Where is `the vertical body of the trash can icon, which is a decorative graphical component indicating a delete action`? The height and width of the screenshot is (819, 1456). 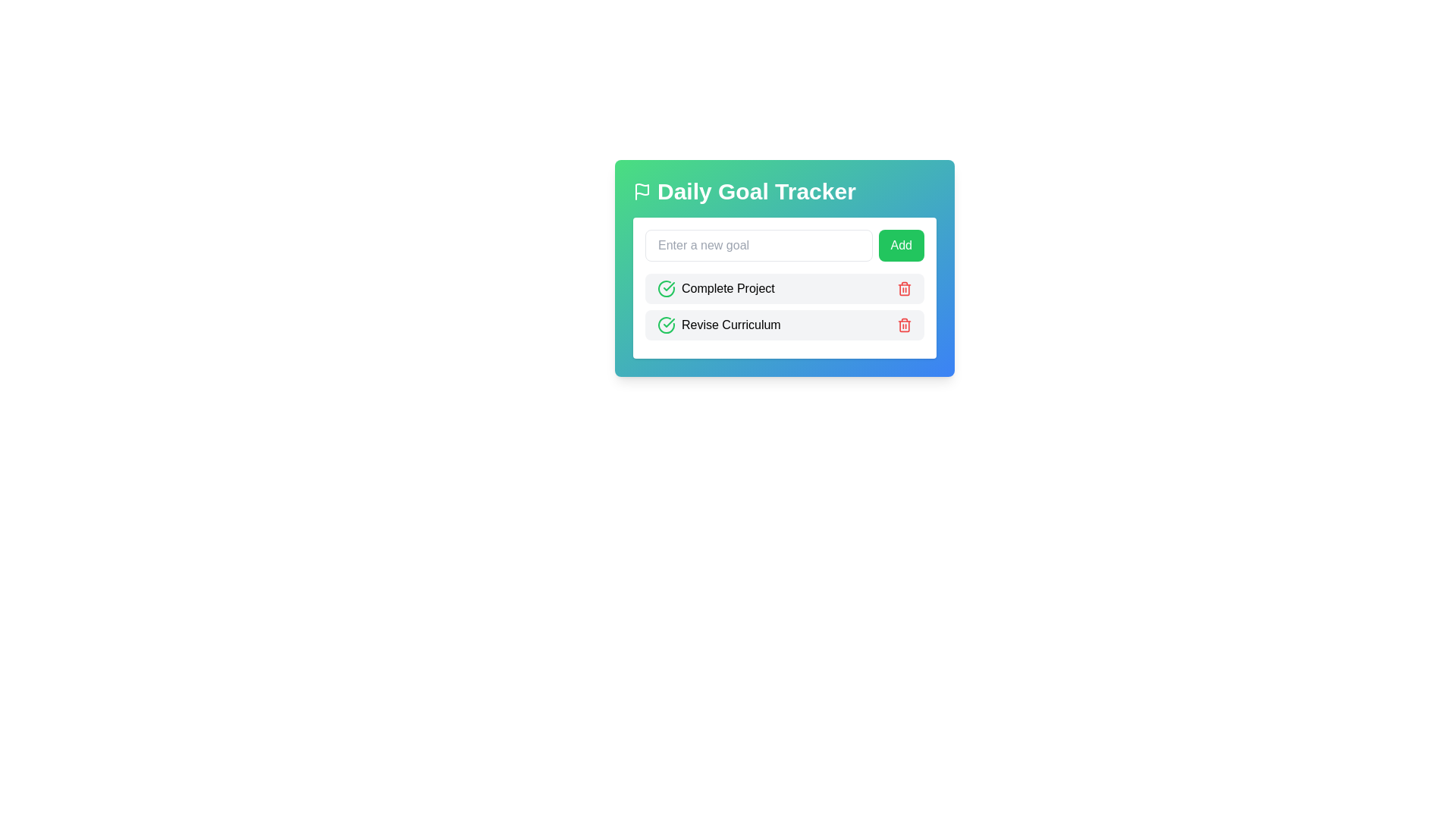
the vertical body of the trash can icon, which is a decorative graphical component indicating a delete action is located at coordinates (905, 325).